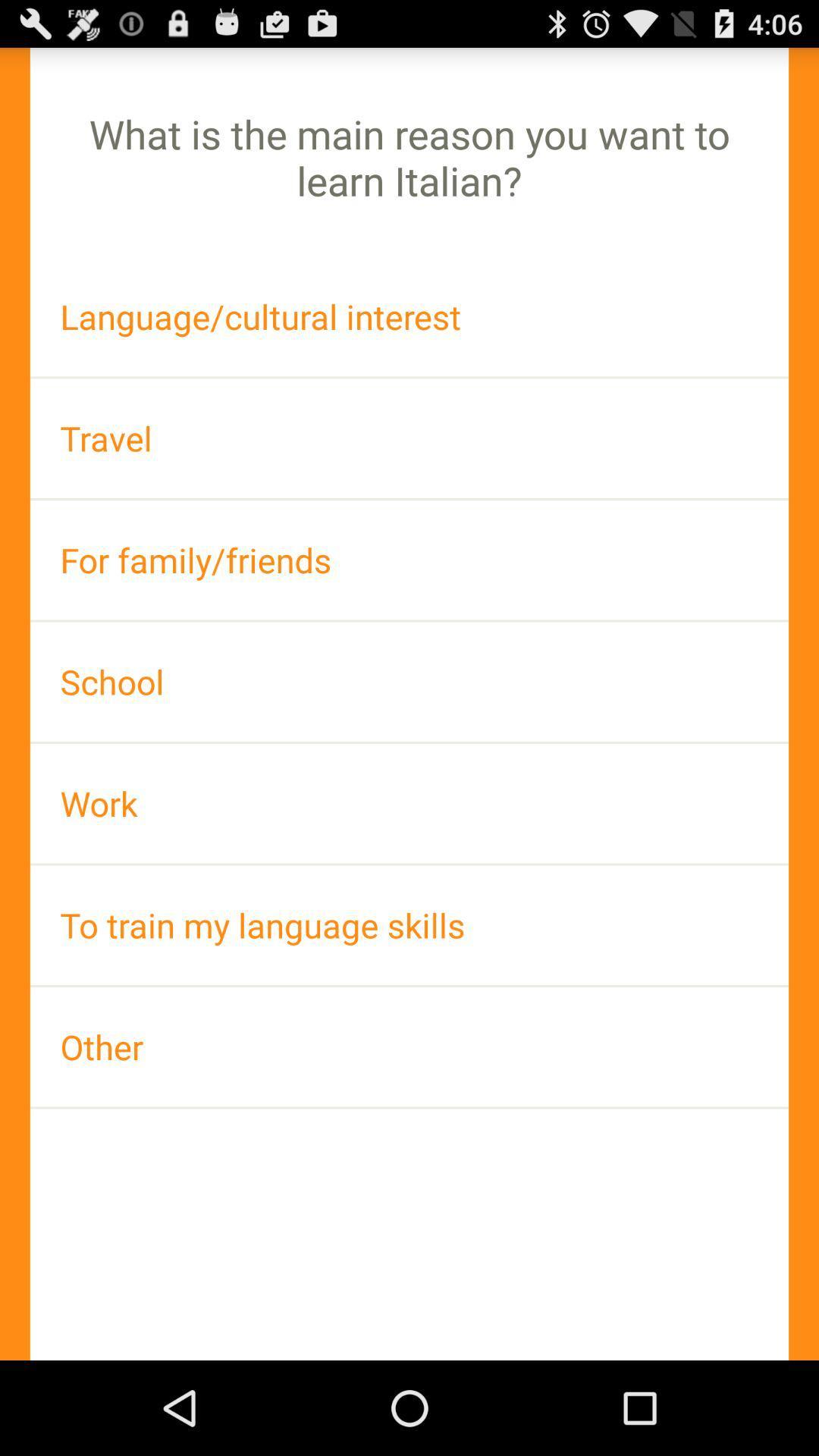  What do you see at coordinates (409, 802) in the screenshot?
I see `app below the school icon` at bounding box center [409, 802].